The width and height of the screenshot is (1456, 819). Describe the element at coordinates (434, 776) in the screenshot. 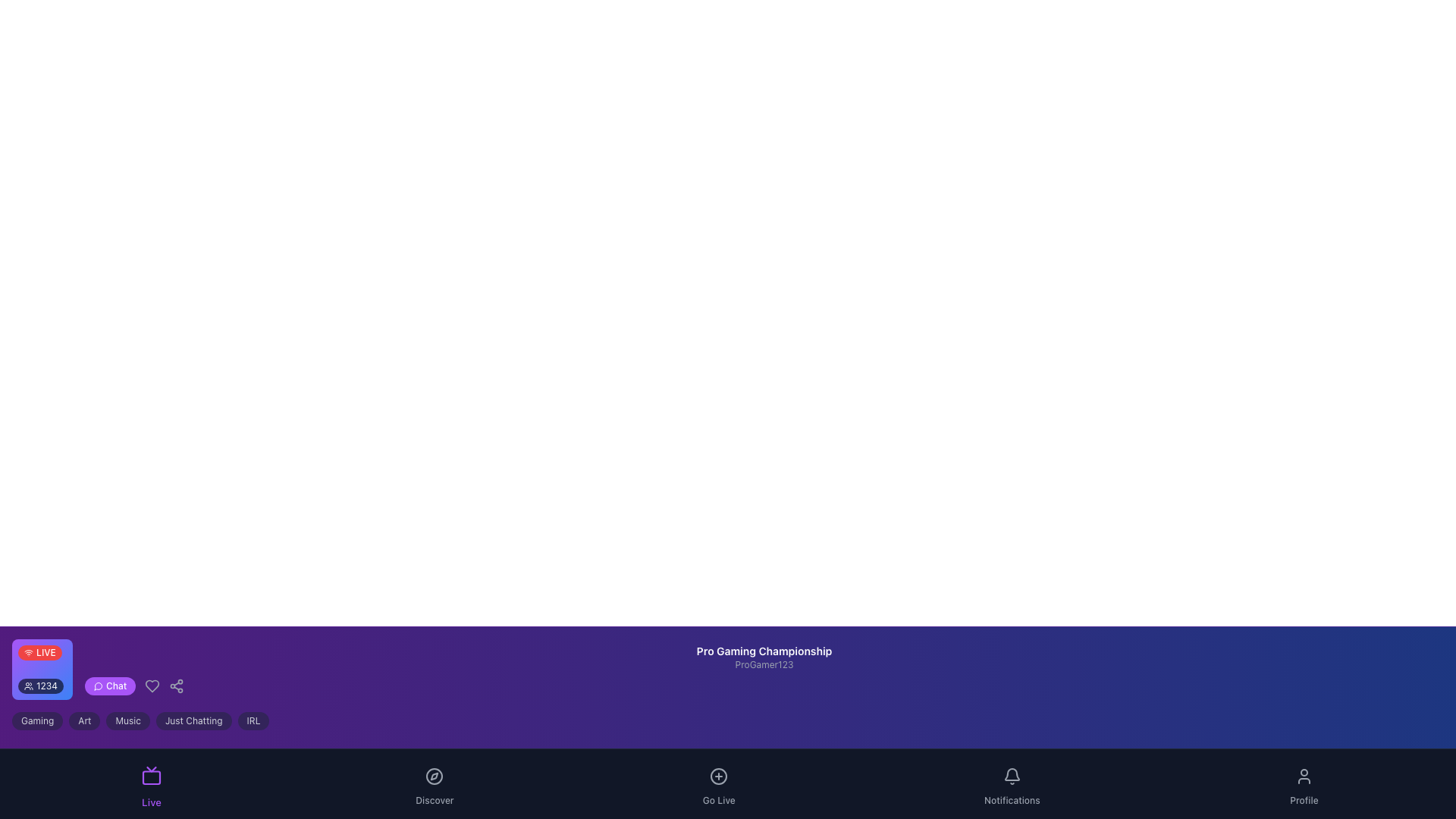

I see `the stylized compass icon in the bottom navigation bar` at that location.